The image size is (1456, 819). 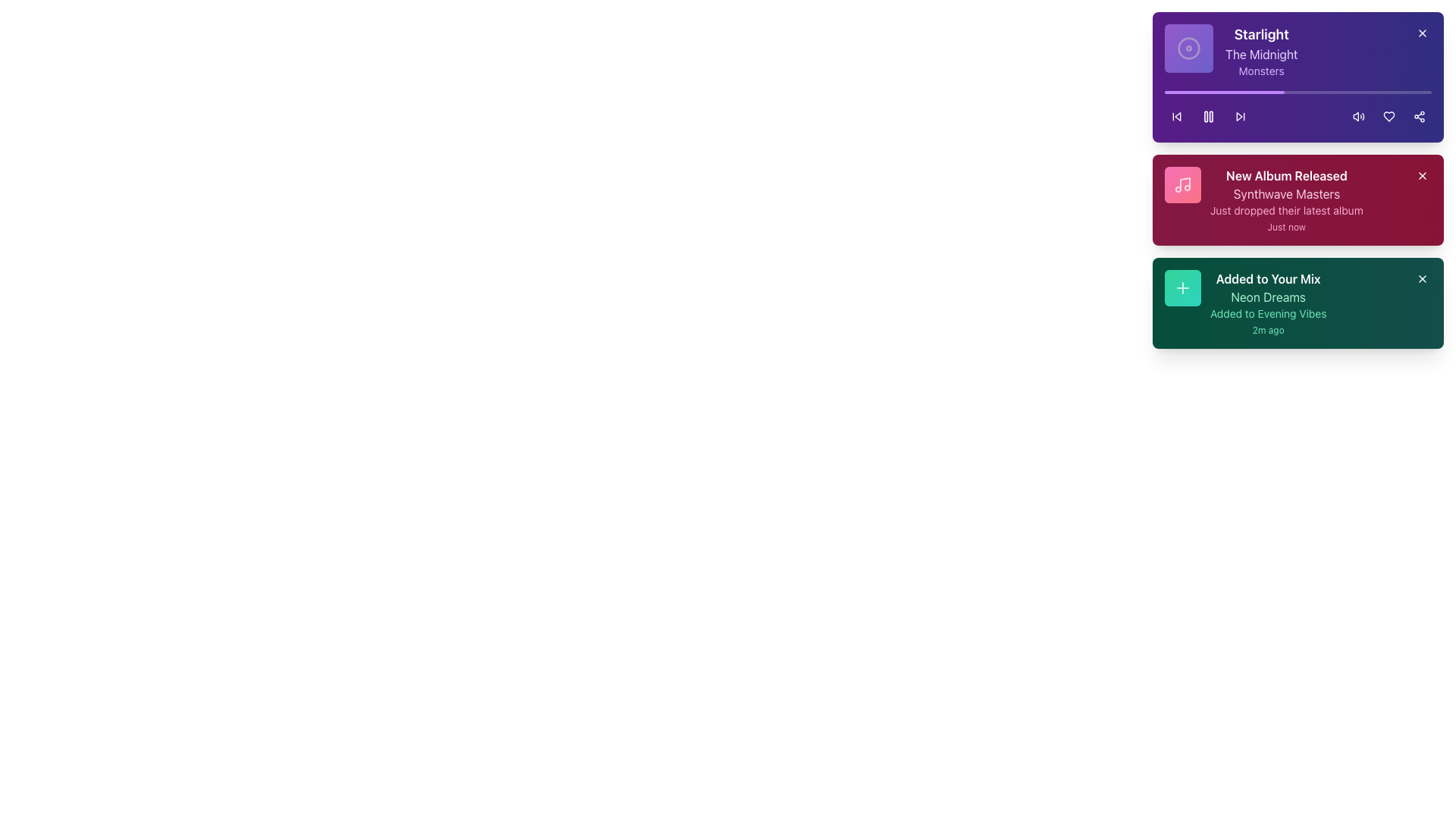 What do you see at coordinates (1182, 184) in the screenshot?
I see `the music note icon on the second card labeled 'New Album Released' in the vertical notification list on the right side of the interface for potential navigational or interactive actions` at bounding box center [1182, 184].